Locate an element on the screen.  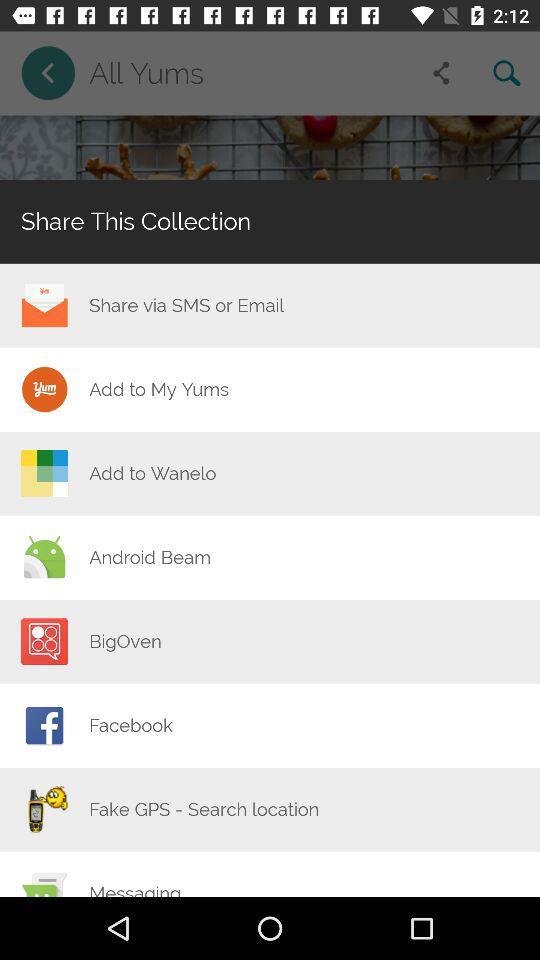
the share via sms item is located at coordinates (186, 305).